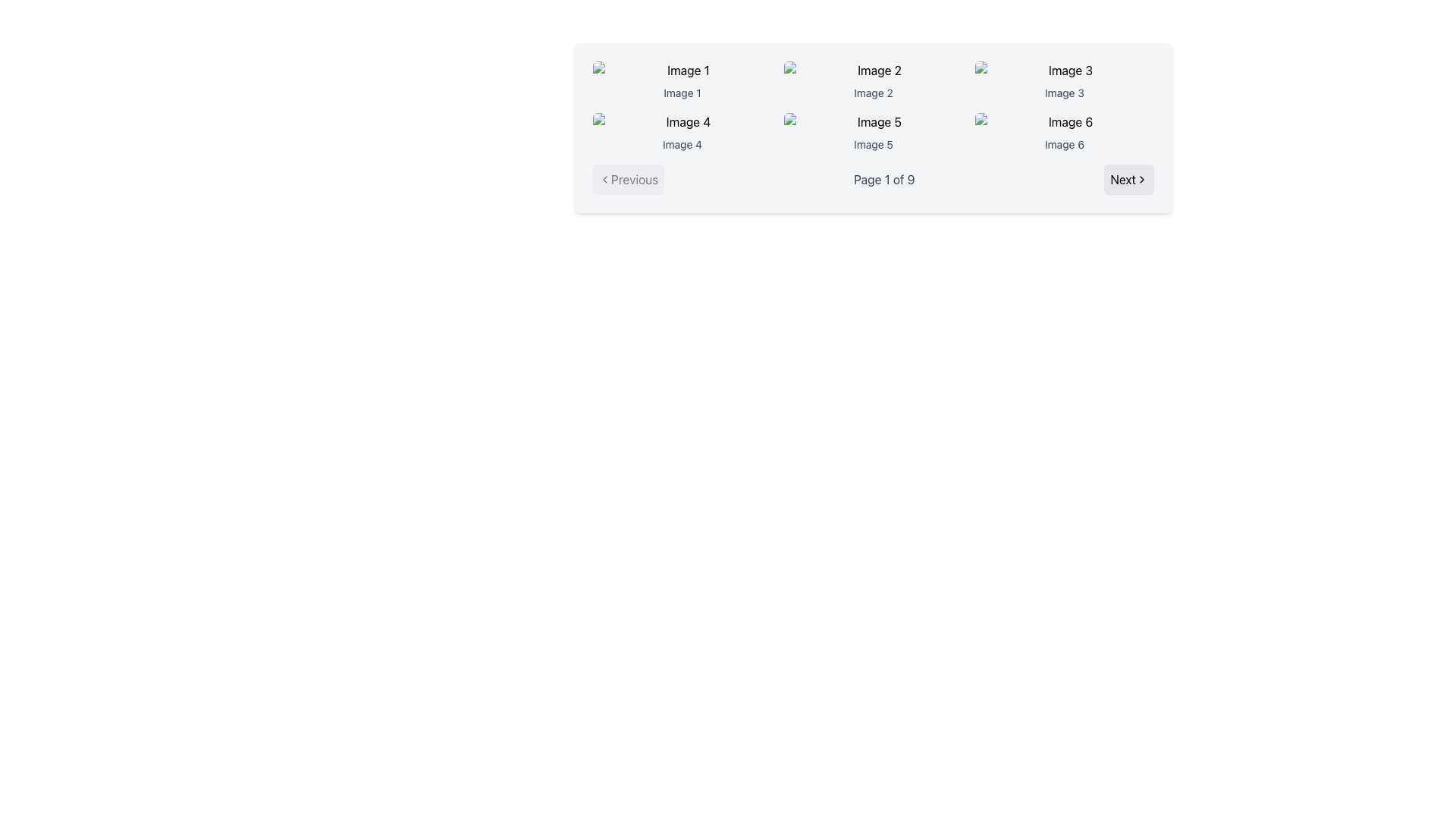  Describe the element at coordinates (874, 70) in the screenshot. I see `the Image Placeholder, which is the second item in the top row of the gallery` at that location.